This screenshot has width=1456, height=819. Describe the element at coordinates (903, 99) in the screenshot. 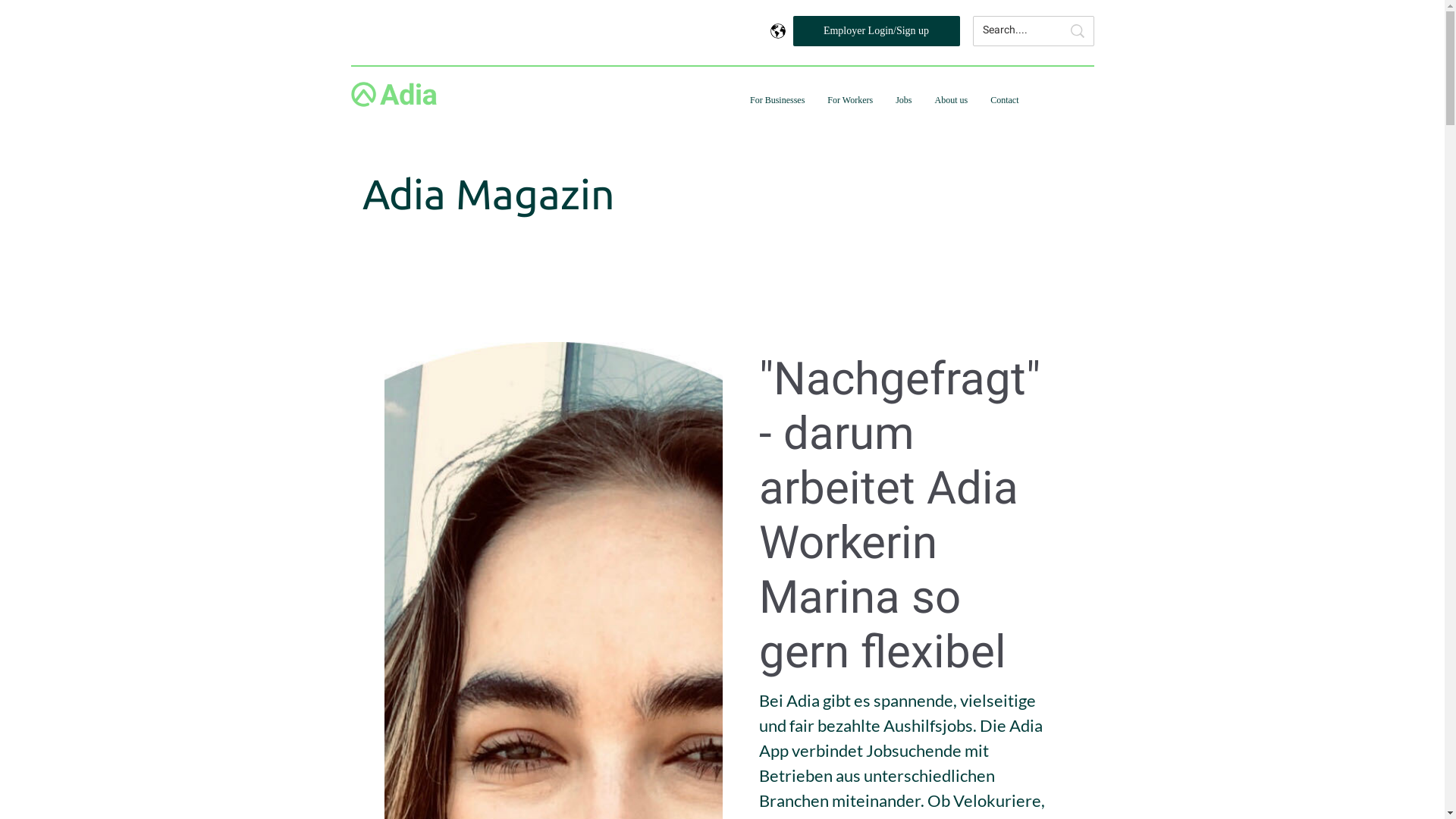

I see `'Jobs'` at that location.